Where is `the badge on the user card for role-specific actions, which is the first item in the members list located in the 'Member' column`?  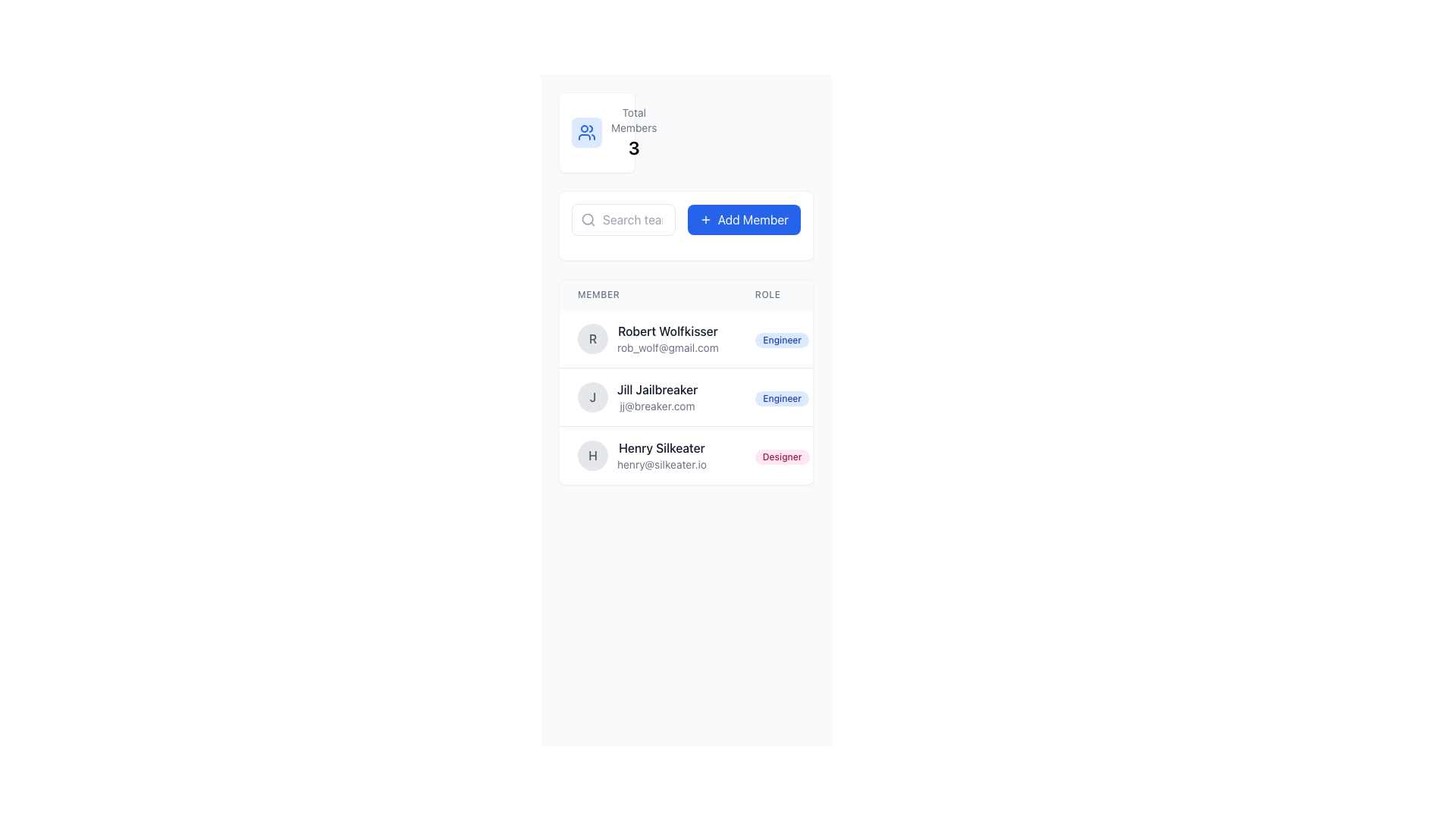
the badge on the user card for role-specific actions, which is the first item in the members list located in the 'Member' column is located at coordinates (827, 338).